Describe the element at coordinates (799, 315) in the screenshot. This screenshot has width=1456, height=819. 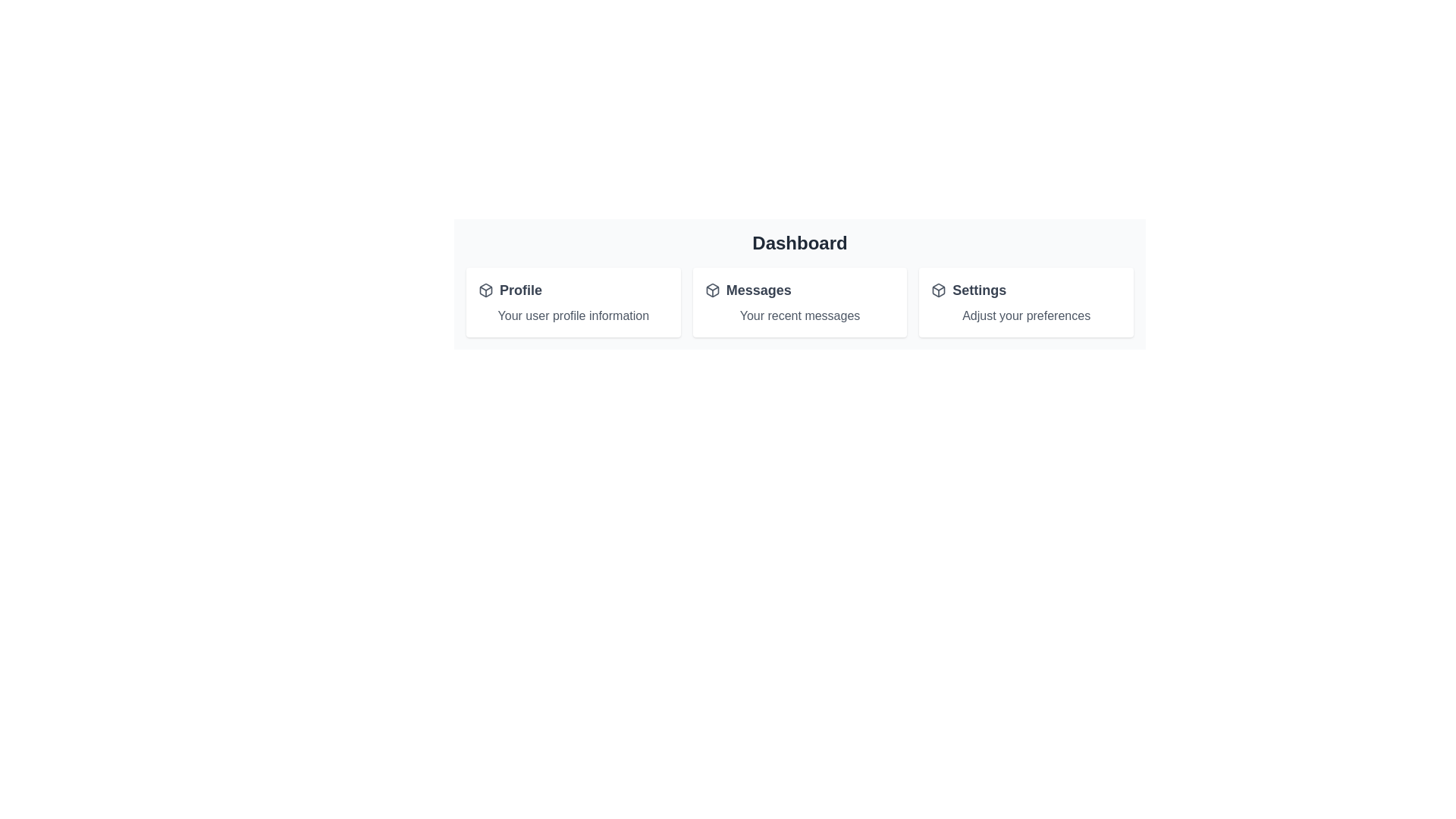
I see `the static text label that provides a description for the 'Messages' section, located below the 'Messages' heading in the card menu` at that location.